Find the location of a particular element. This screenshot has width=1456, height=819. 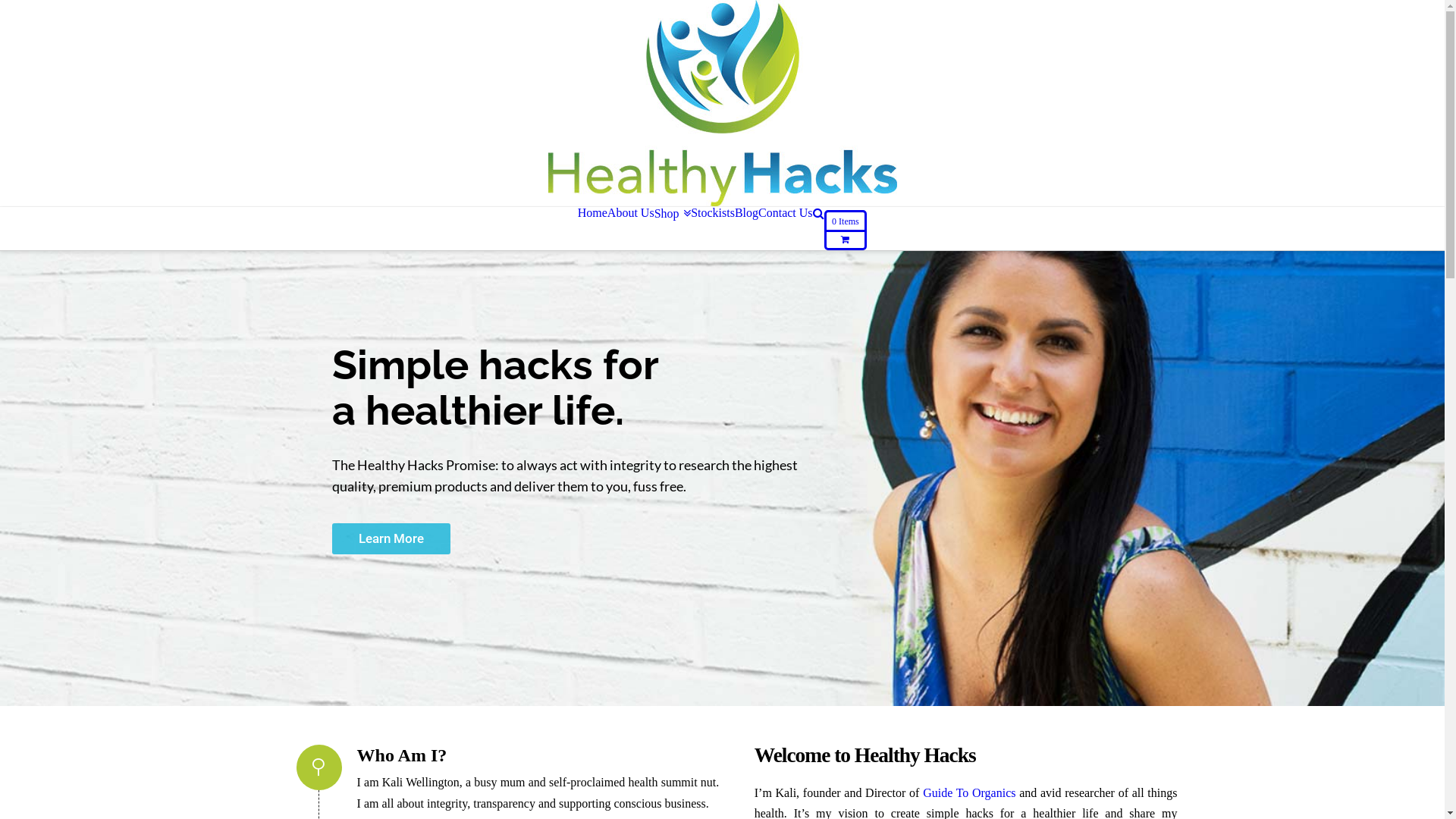

'Stockists' is located at coordinates (712, 213).